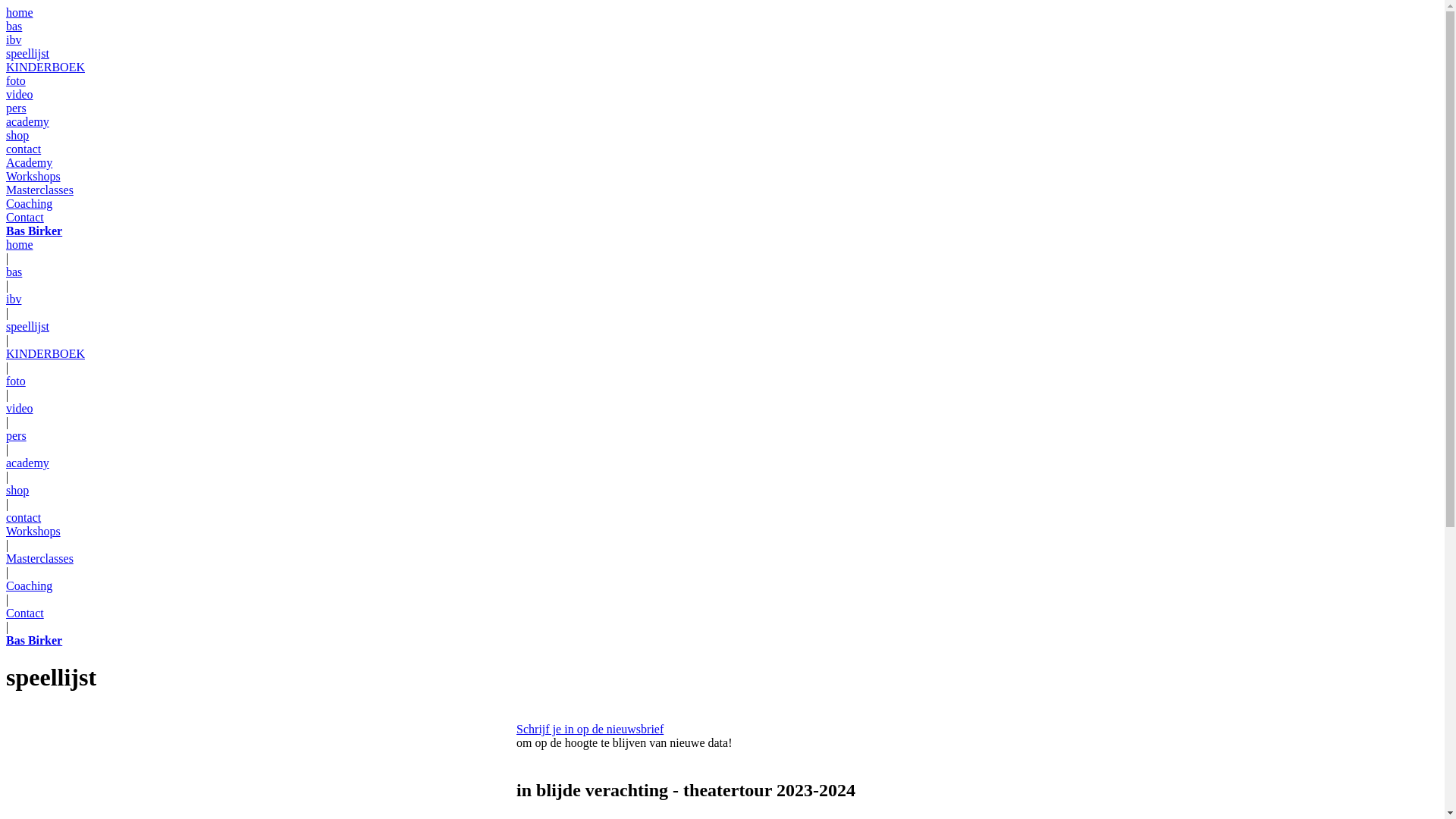 This screenshot has width=1456, height=819. Describe the element at coordinates (6, 585) in the screenshot. I see `'Coaching'` at that location.